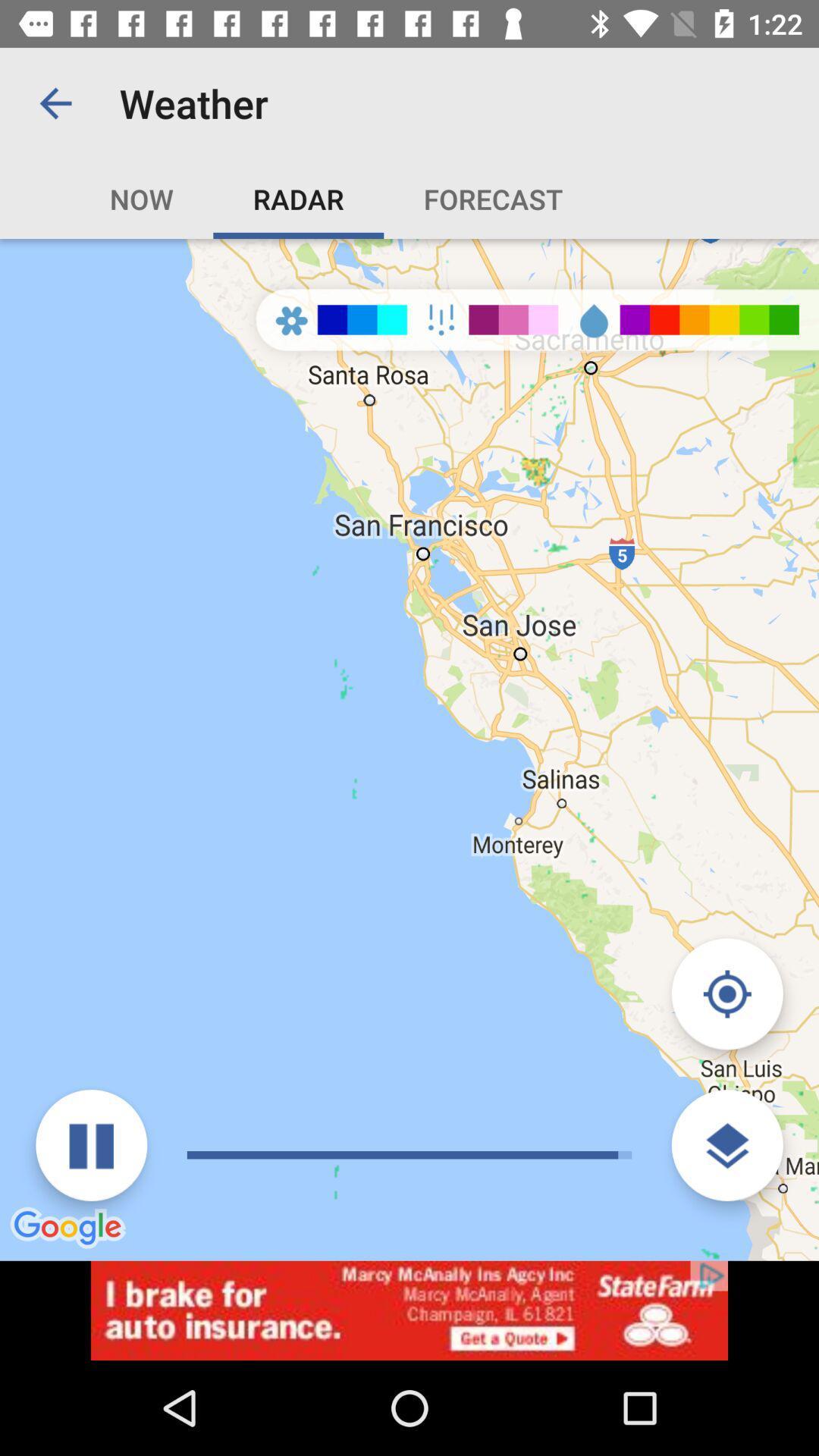 Image resolution: width=819 pixels, height=1456 pixels. Describe the element at coordinates (726, 993) in the screenshot. I see `the location_crosshair icon` at that location.